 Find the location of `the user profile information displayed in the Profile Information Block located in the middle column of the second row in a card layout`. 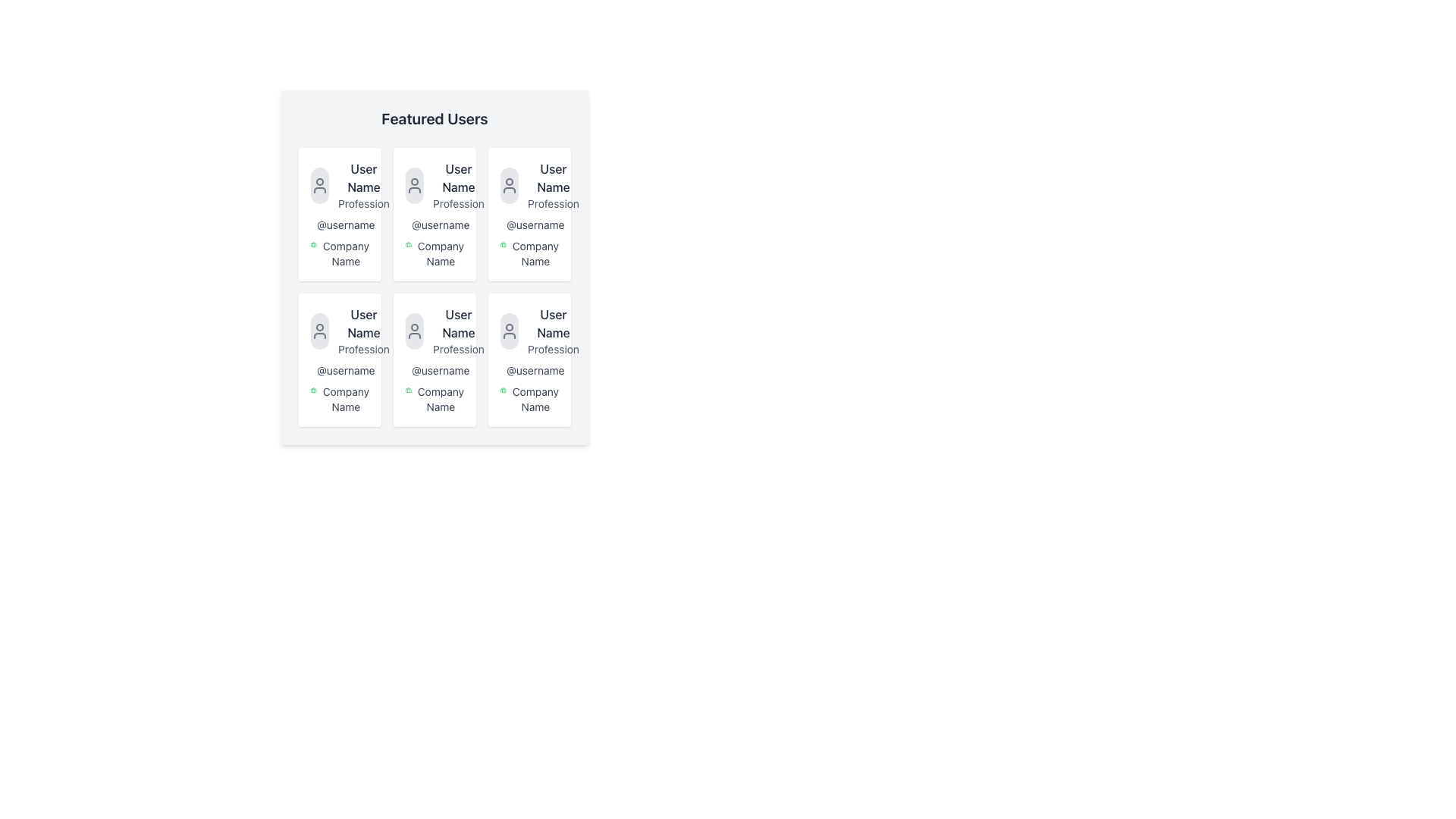

the user profile information displayed in the Profile Information Block located in the middle column of the second row in a card layout is located at coordinates (434, 330).